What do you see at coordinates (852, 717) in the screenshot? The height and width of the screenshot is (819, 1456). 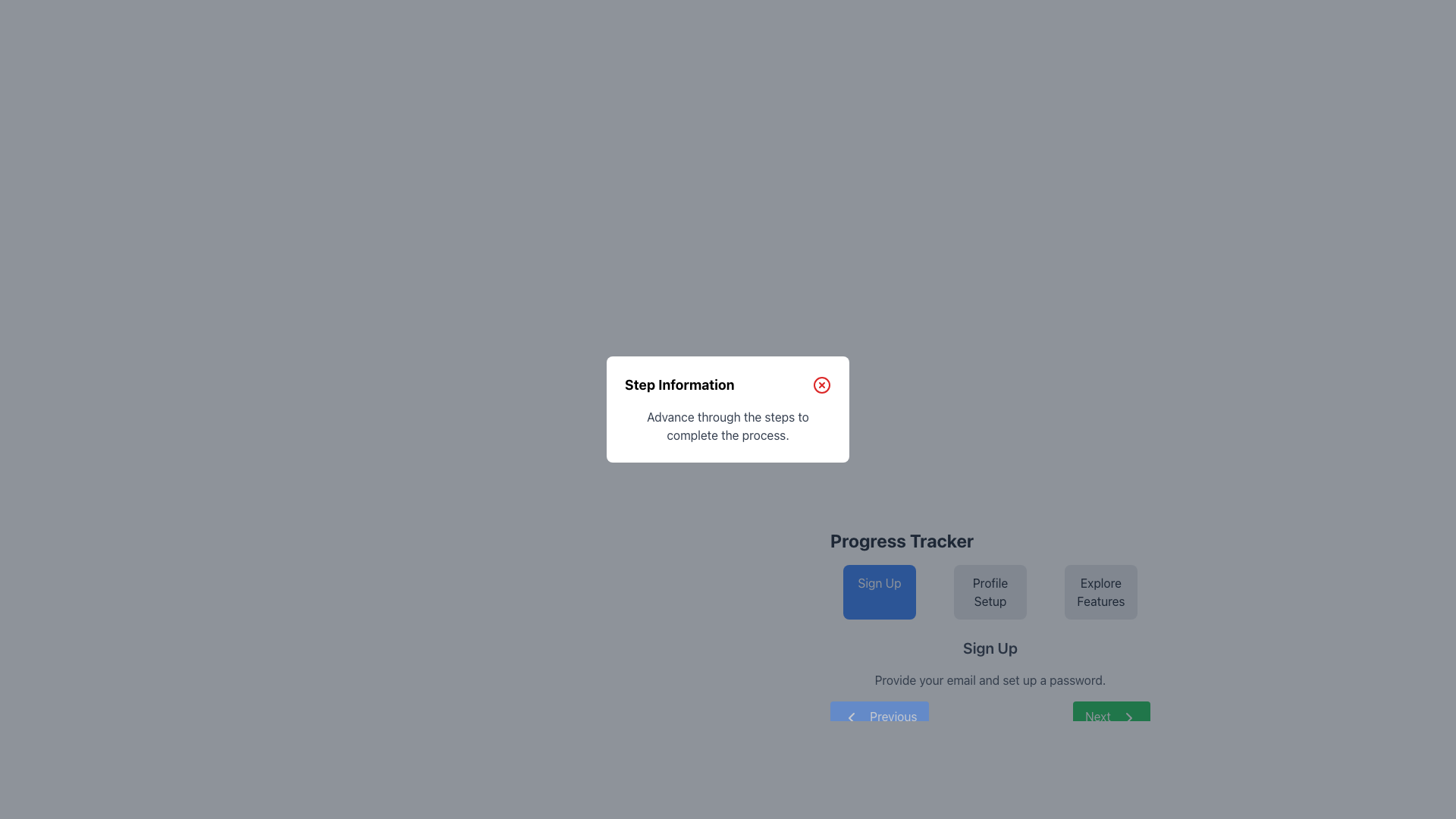 I see `the left-facing chevron arrow icon within the 'Previous' button, located in the 'Progress Tracker' section` at bounding box center [852, 717].